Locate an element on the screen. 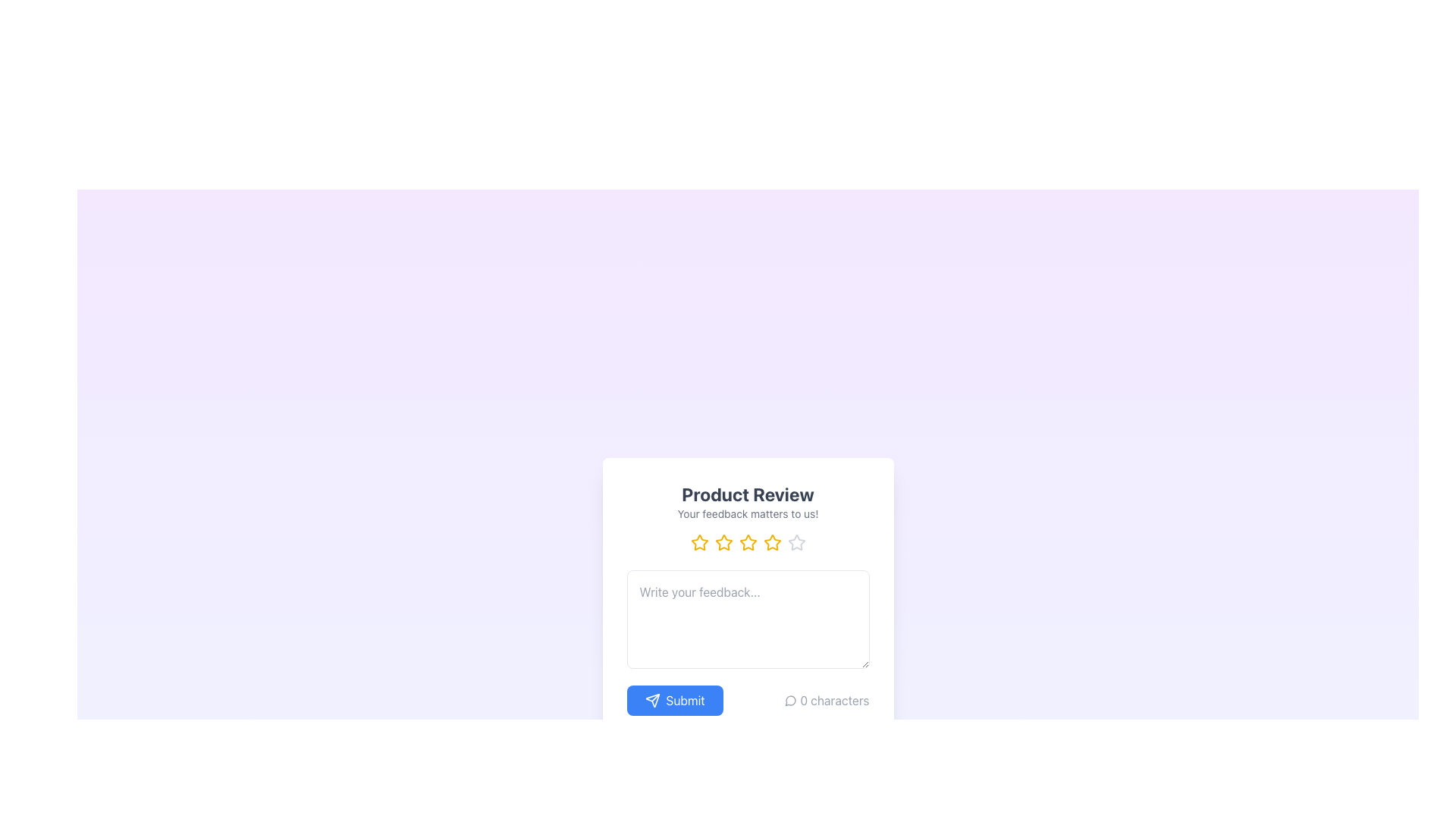  the blue 'Submit' button which contains a small upward arrow SVG icon positioned to the left of the text 'Submit' is located at coordinates (652, 701).